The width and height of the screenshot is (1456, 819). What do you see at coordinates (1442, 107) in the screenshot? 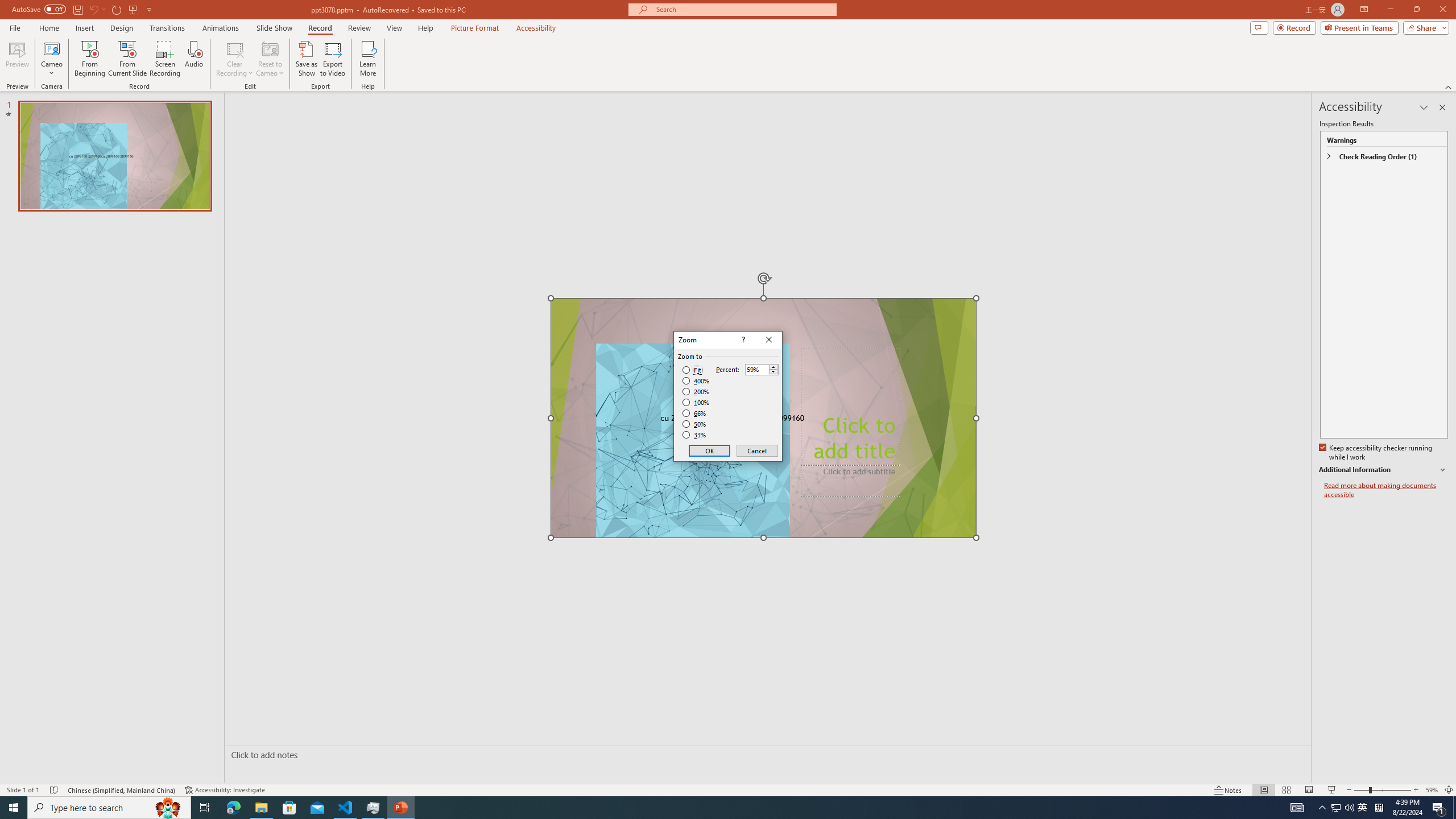
I see `'Close pane'` at bounding box center [1442, 107].